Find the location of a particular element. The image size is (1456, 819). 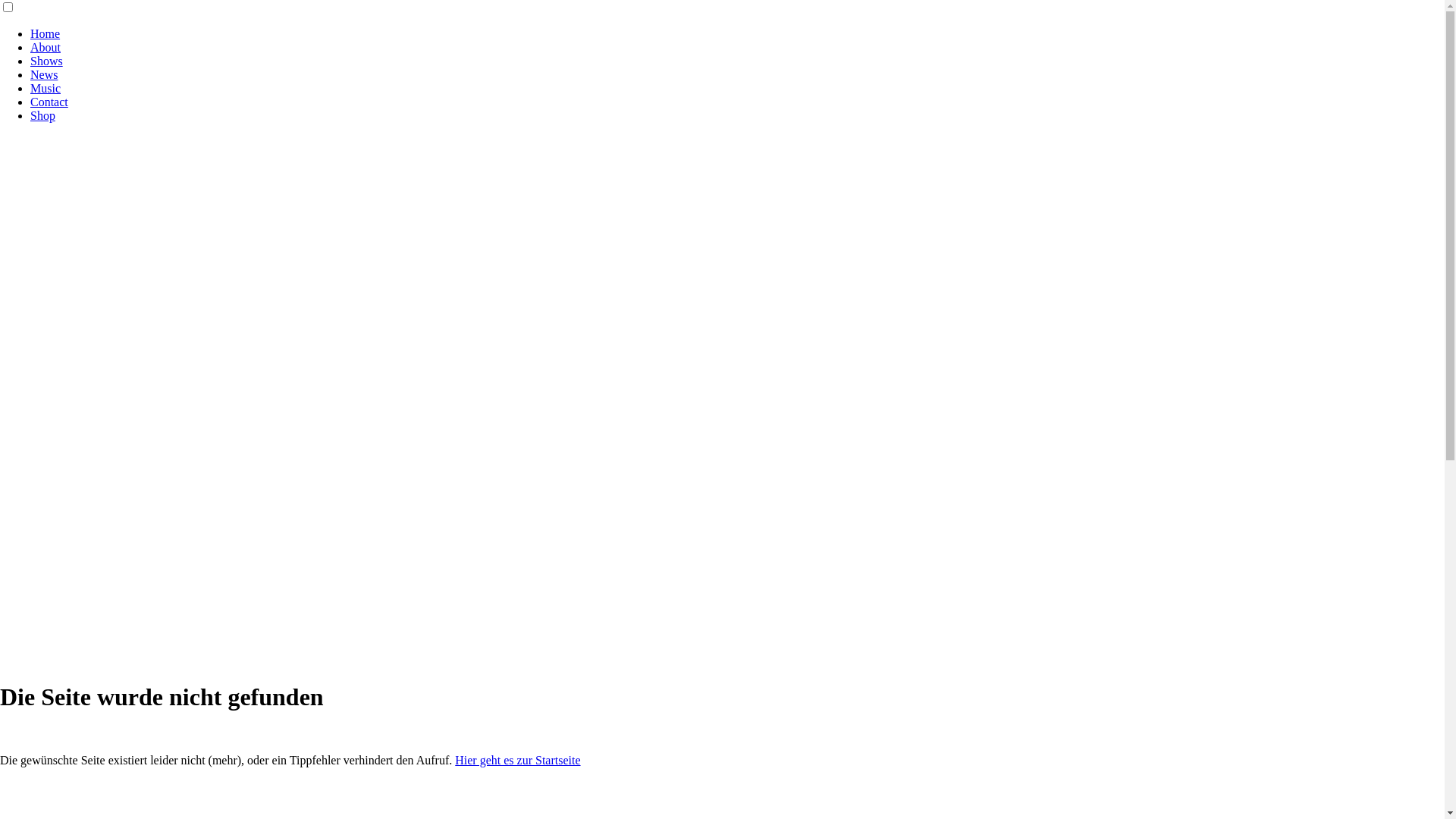

'Contact' is located at coordinates (49, 102).